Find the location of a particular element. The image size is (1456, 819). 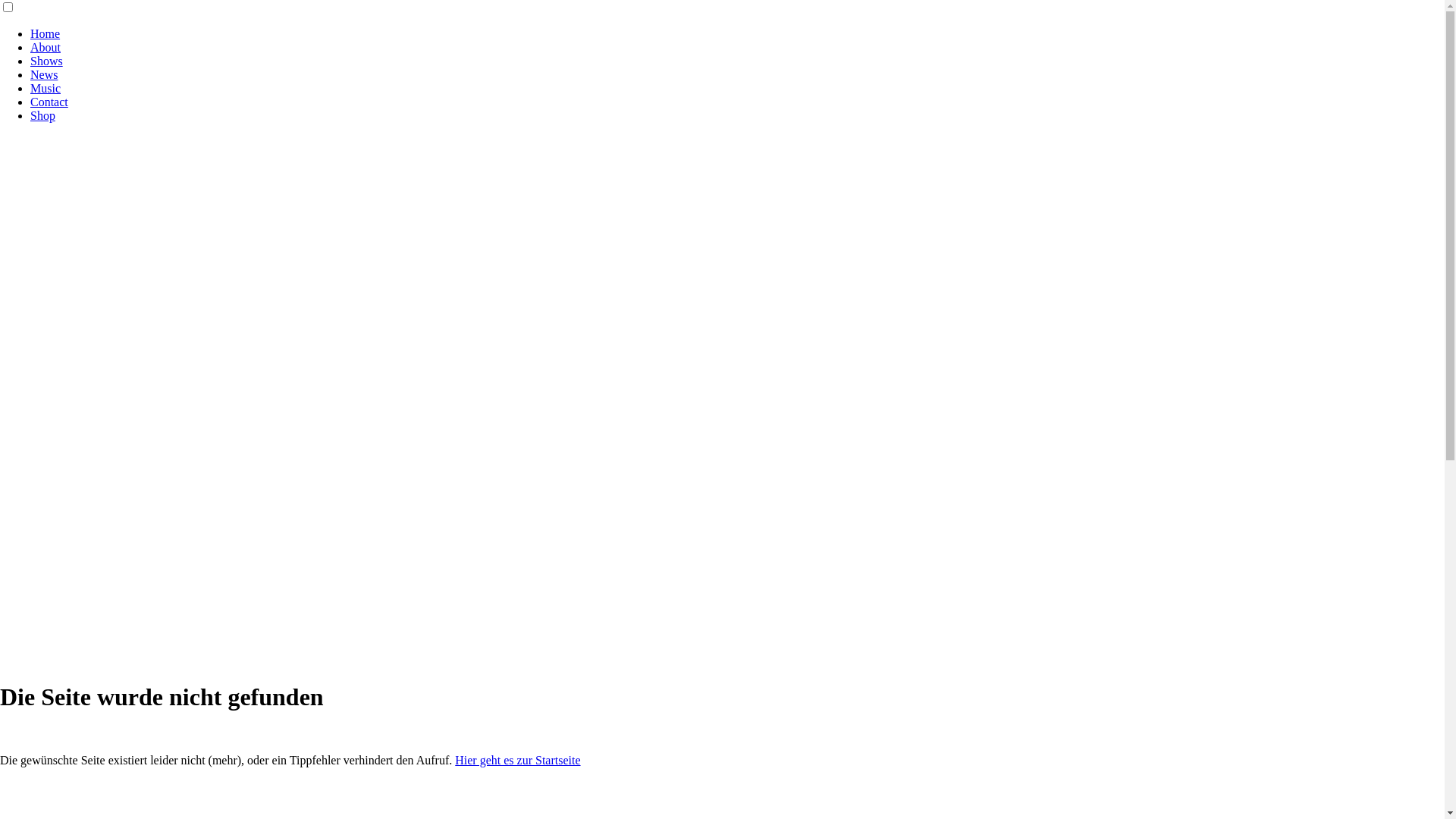

'Contact' is located at coordinates (49, 102).